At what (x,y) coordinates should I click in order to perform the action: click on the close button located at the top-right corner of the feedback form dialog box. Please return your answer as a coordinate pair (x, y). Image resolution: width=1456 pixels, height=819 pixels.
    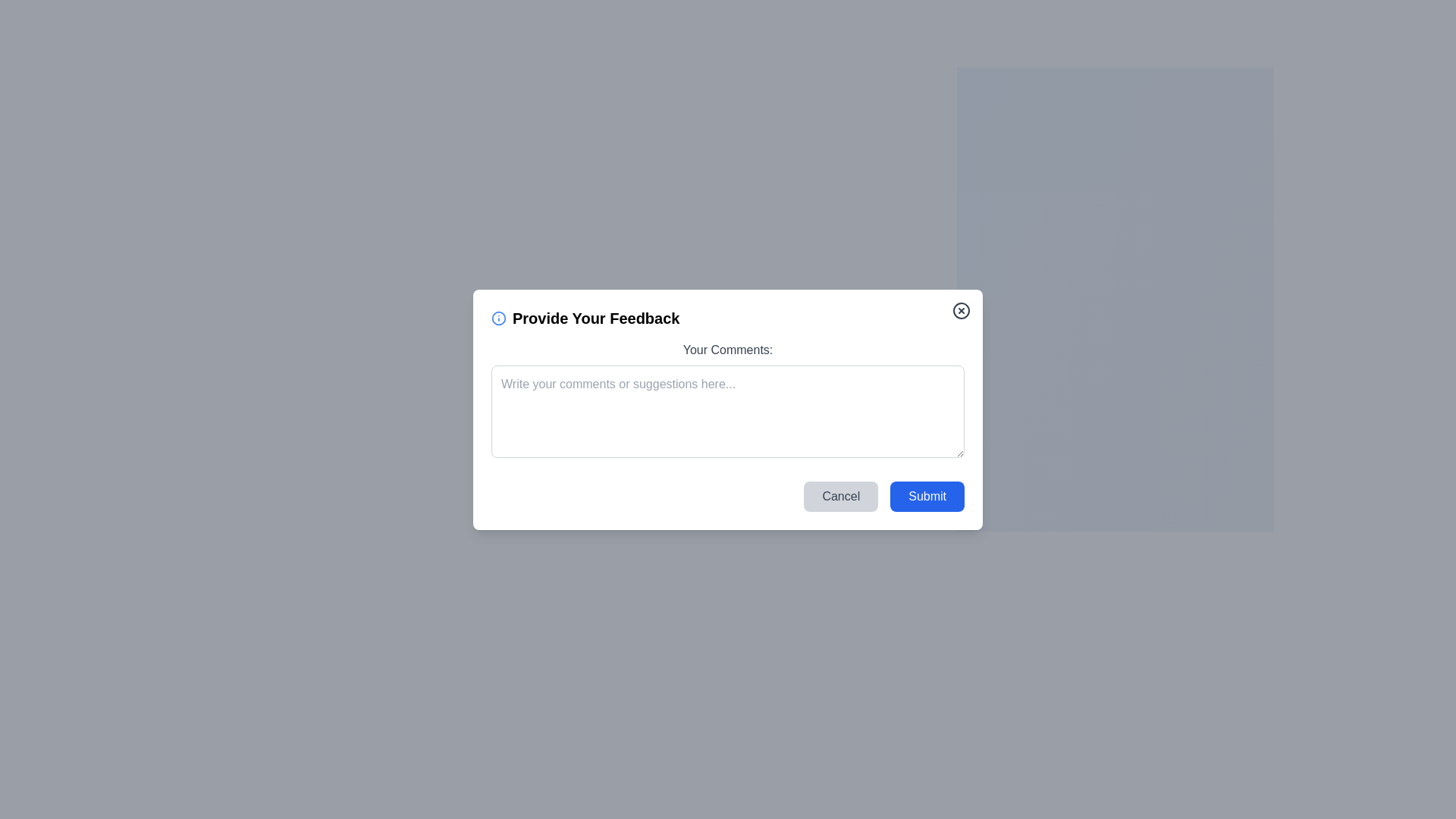
    Looking at the image, I should click on (960, 309).